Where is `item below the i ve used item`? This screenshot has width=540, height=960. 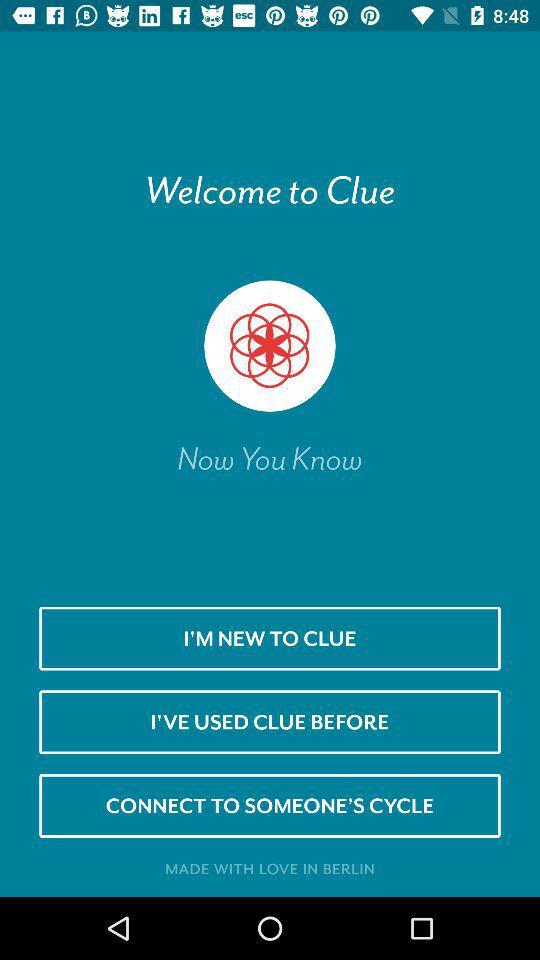 item below the i ve used item is located at coordinates (270, 805).